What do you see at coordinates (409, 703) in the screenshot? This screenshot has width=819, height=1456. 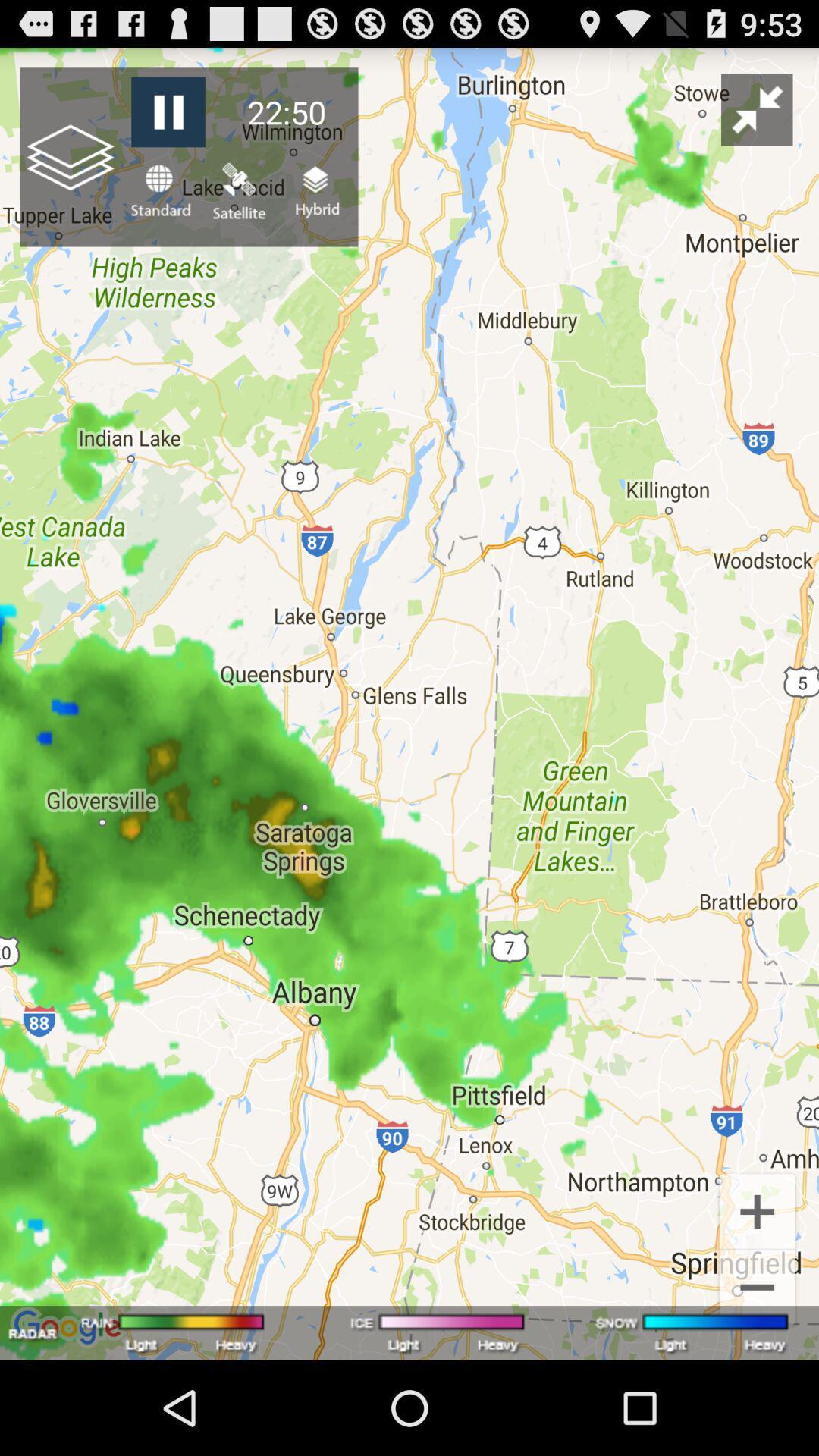 I see `the item at the center` at bounding box center [409, 703].